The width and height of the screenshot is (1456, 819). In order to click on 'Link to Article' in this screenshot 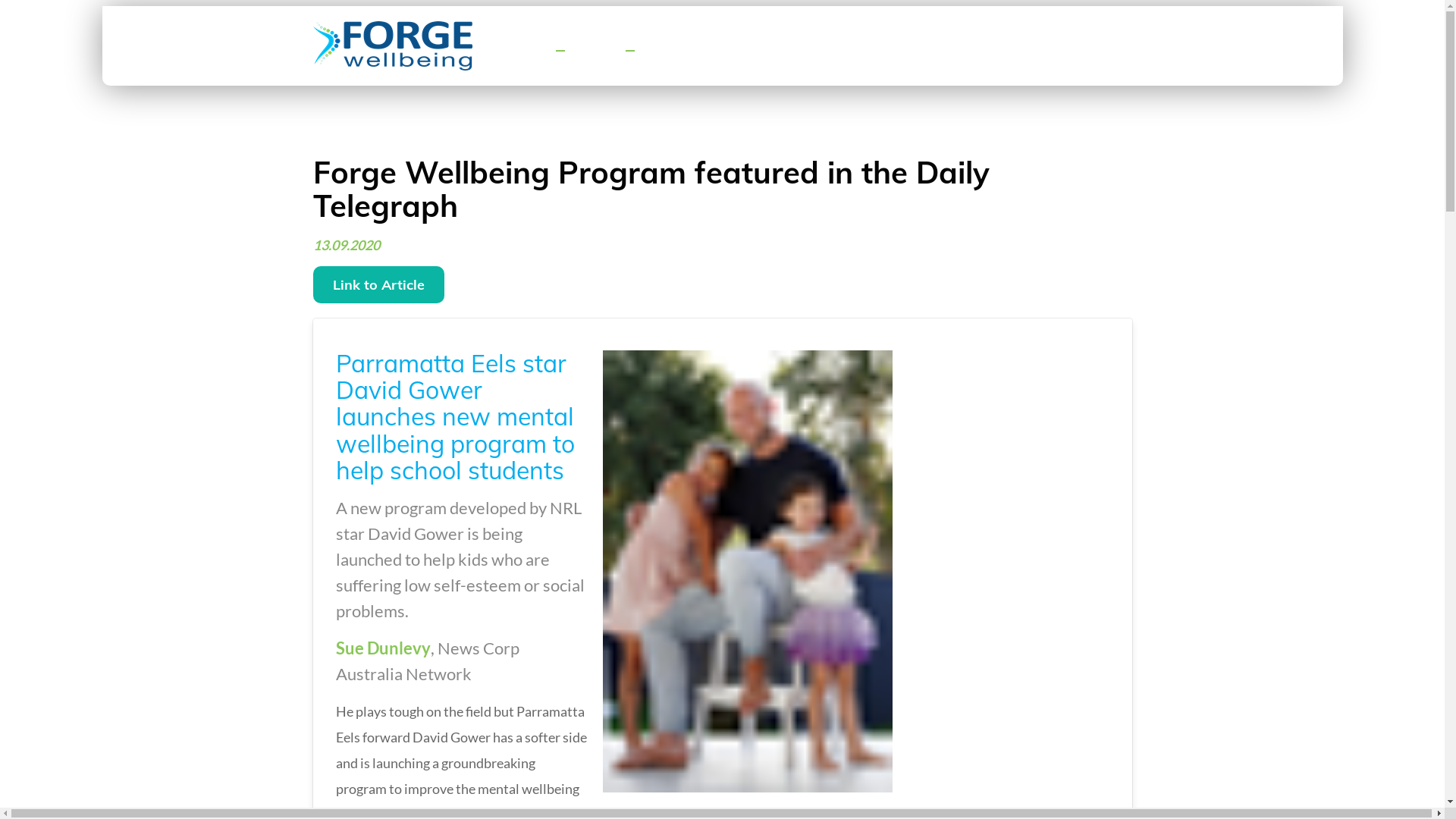, I will do `click(378, 284)`.